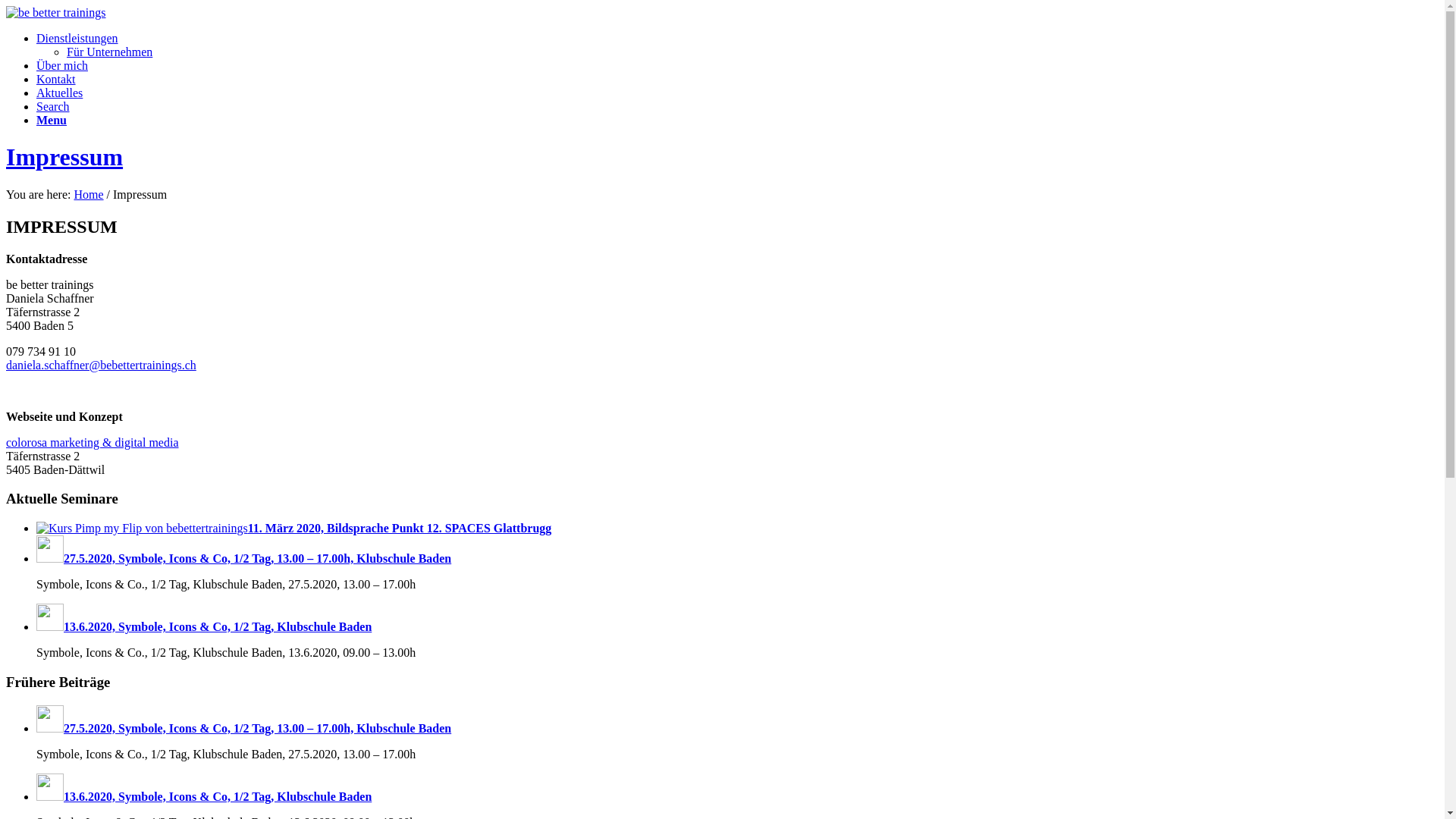  What do you see at coordinates (76, 37) in the screenshot?
I see `'Dienstleistungen'` at bounding box center [76, 37].